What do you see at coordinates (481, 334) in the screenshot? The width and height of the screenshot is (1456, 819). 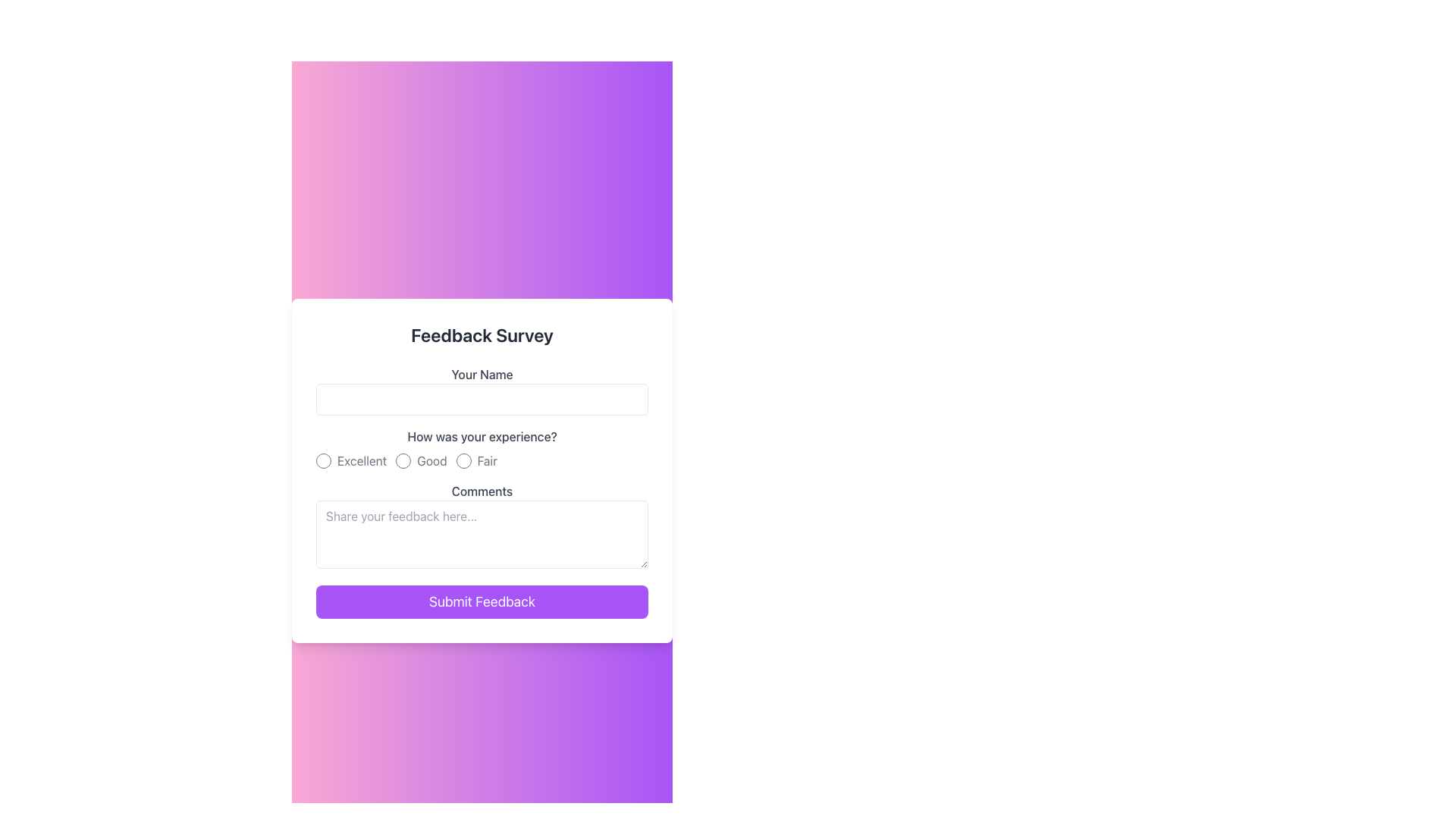 I see `the static text header of the feedback survey form, which indicates the purpose of the form and is positioned above the 'Your Name' section` at bounding box center [481, 334].